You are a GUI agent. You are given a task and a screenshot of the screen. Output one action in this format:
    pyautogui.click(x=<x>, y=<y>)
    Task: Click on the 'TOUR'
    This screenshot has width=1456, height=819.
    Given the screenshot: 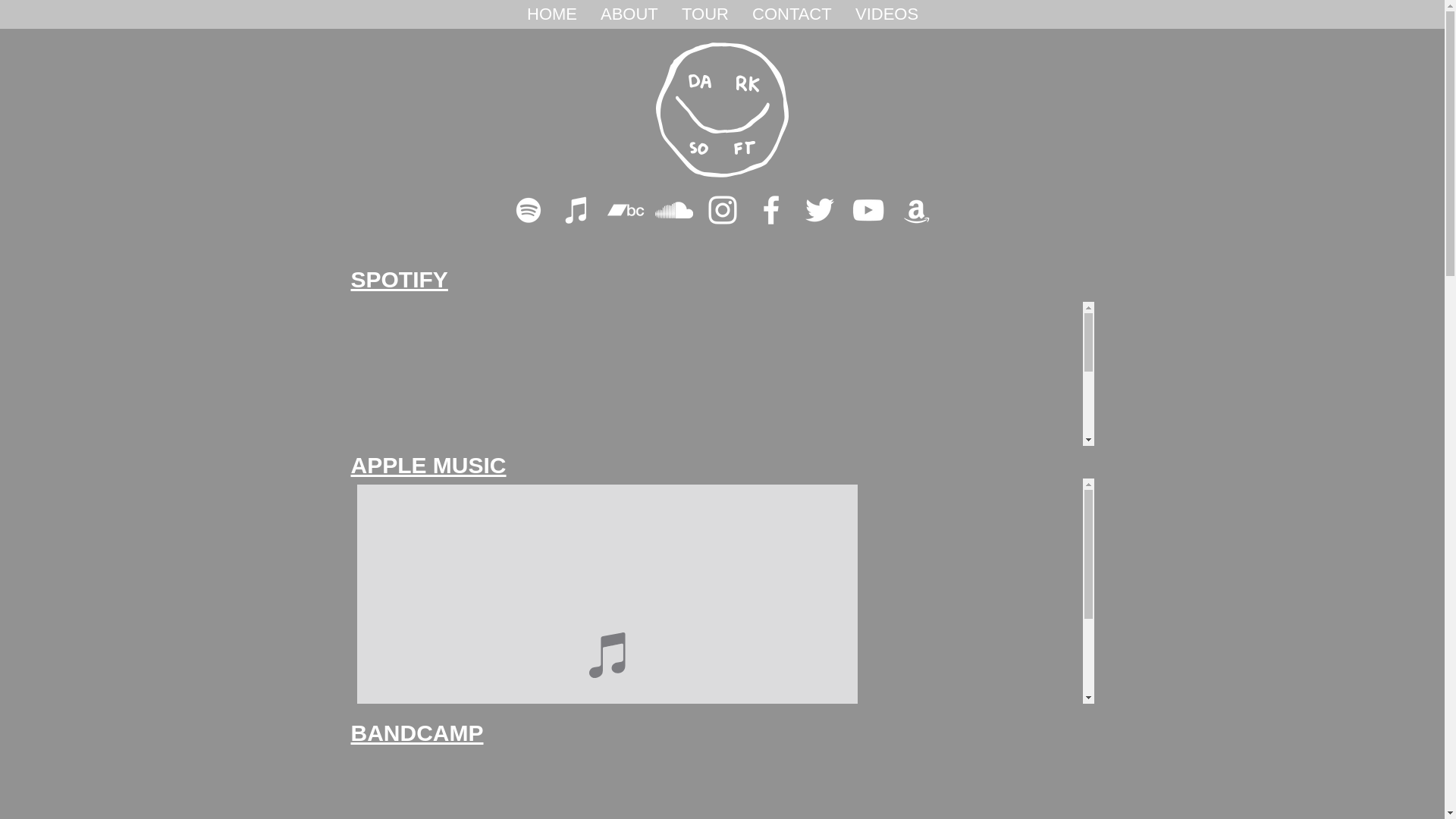 What is the action you would take?
    pyautogui.click(x=669, y=14)
    